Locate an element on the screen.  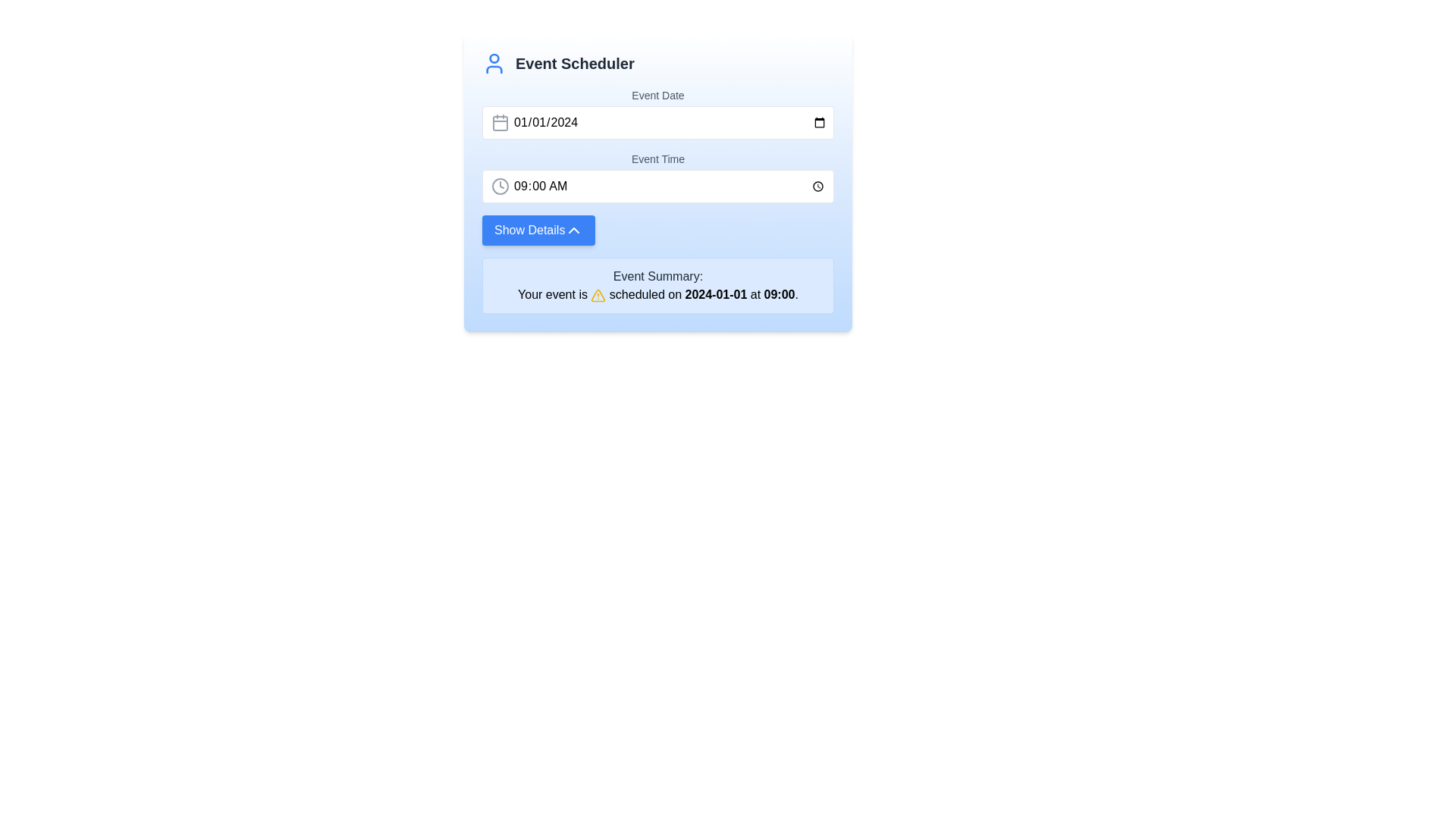
the decorative part of the clock icon located to the left of the 'Event Time' text field is located at coordinates (500, 186).